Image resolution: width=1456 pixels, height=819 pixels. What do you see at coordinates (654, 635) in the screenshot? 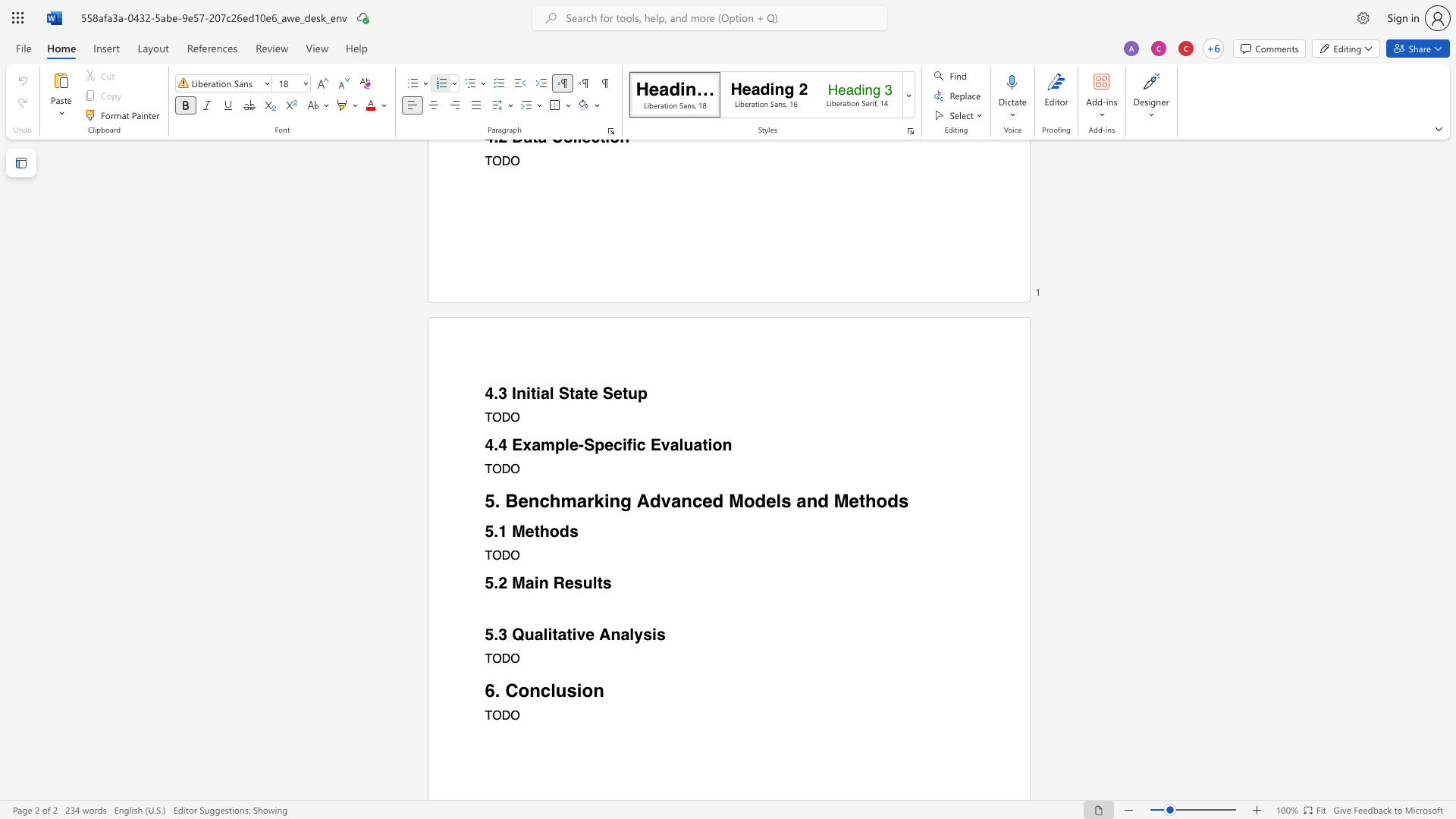
I see `the 3th character "i" in the text` at bounding box center [654, 635].